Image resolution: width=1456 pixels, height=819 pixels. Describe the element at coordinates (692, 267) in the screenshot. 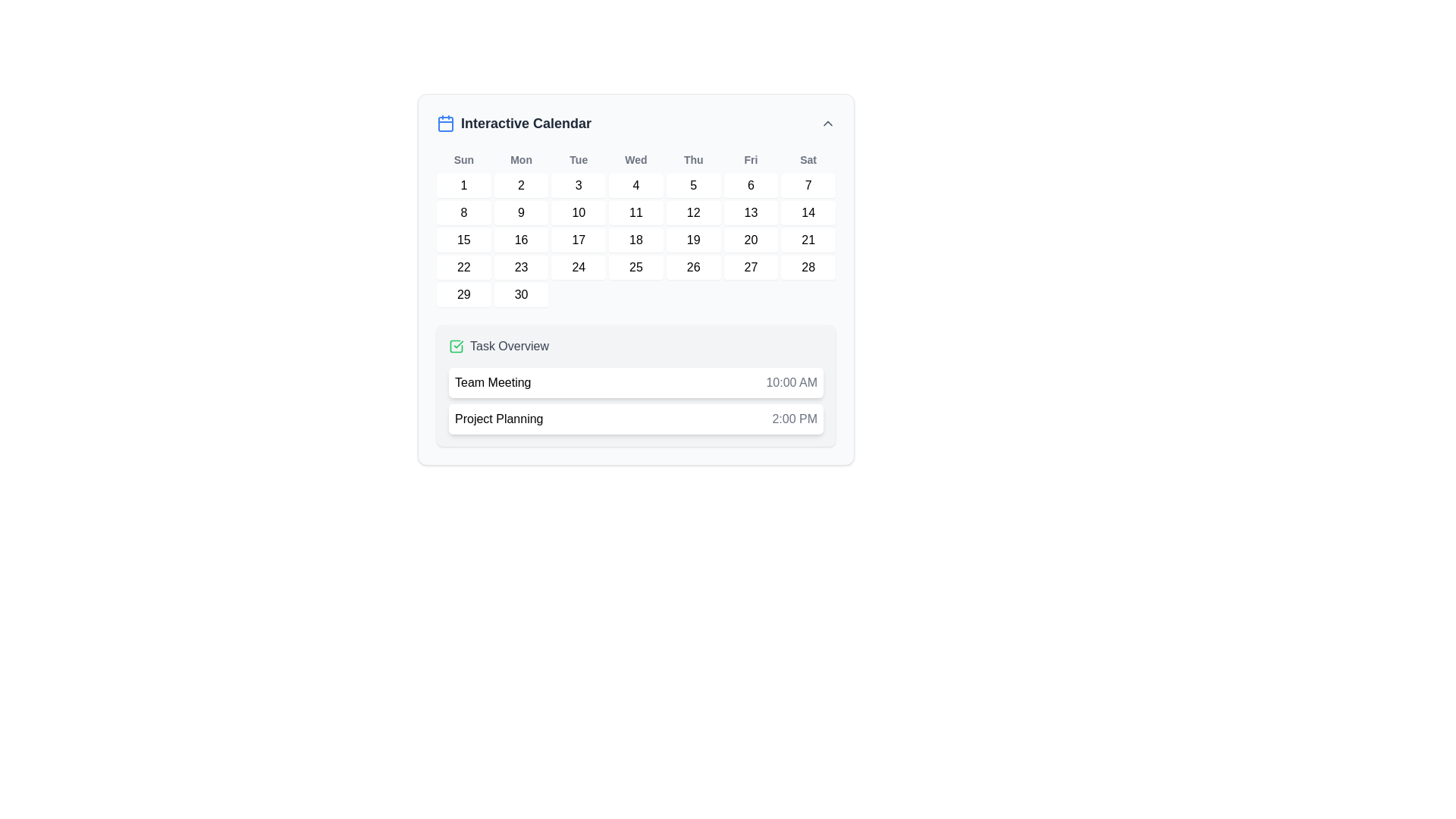

I see `the small rectangular button with a white background and the text '26' in black` at that location.